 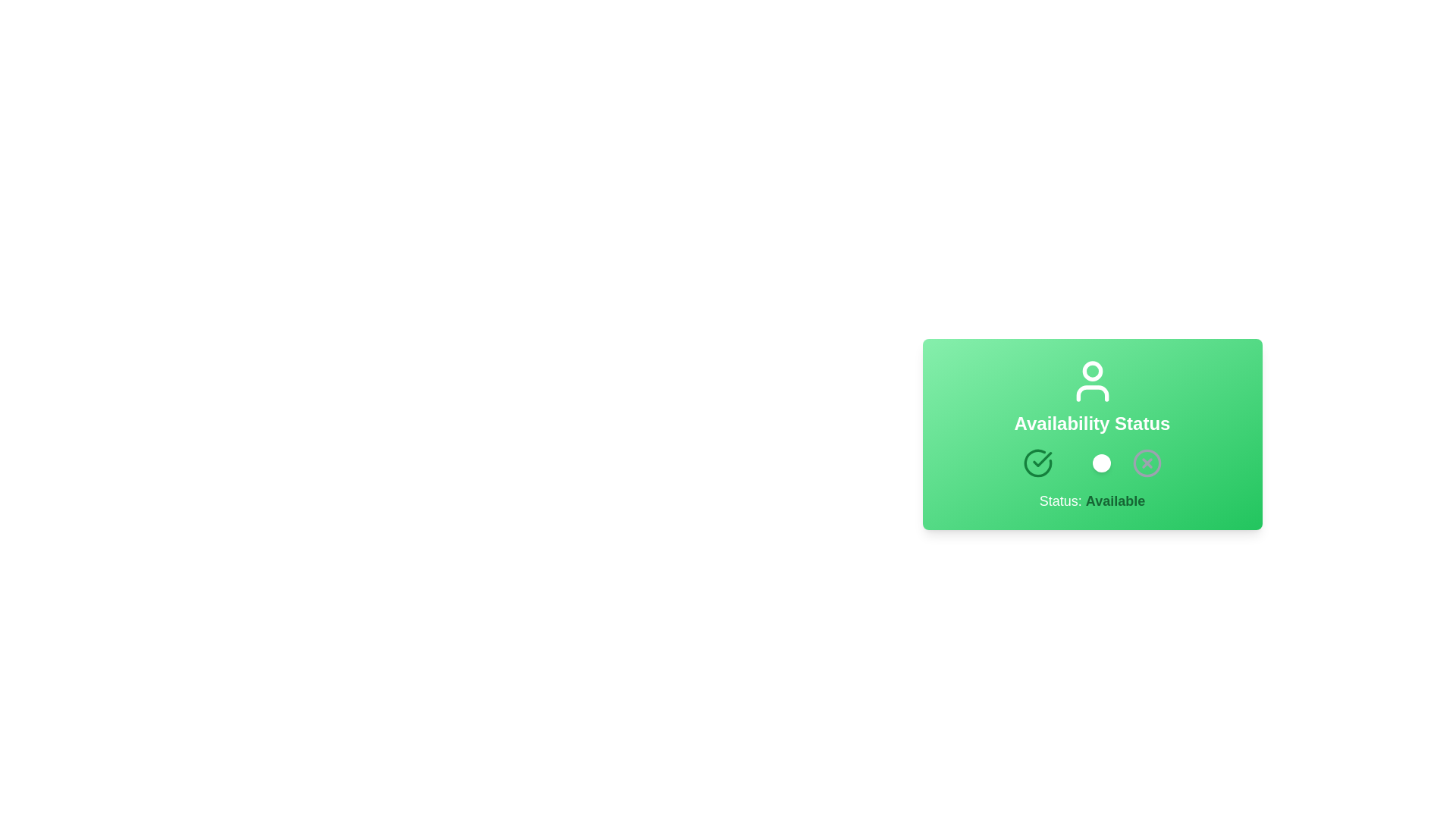 I want to click on the 'Available' text label, which is part of the phrase 'Status: Available' displayed in bold green font against a green background, so click(x=1116, y=500).